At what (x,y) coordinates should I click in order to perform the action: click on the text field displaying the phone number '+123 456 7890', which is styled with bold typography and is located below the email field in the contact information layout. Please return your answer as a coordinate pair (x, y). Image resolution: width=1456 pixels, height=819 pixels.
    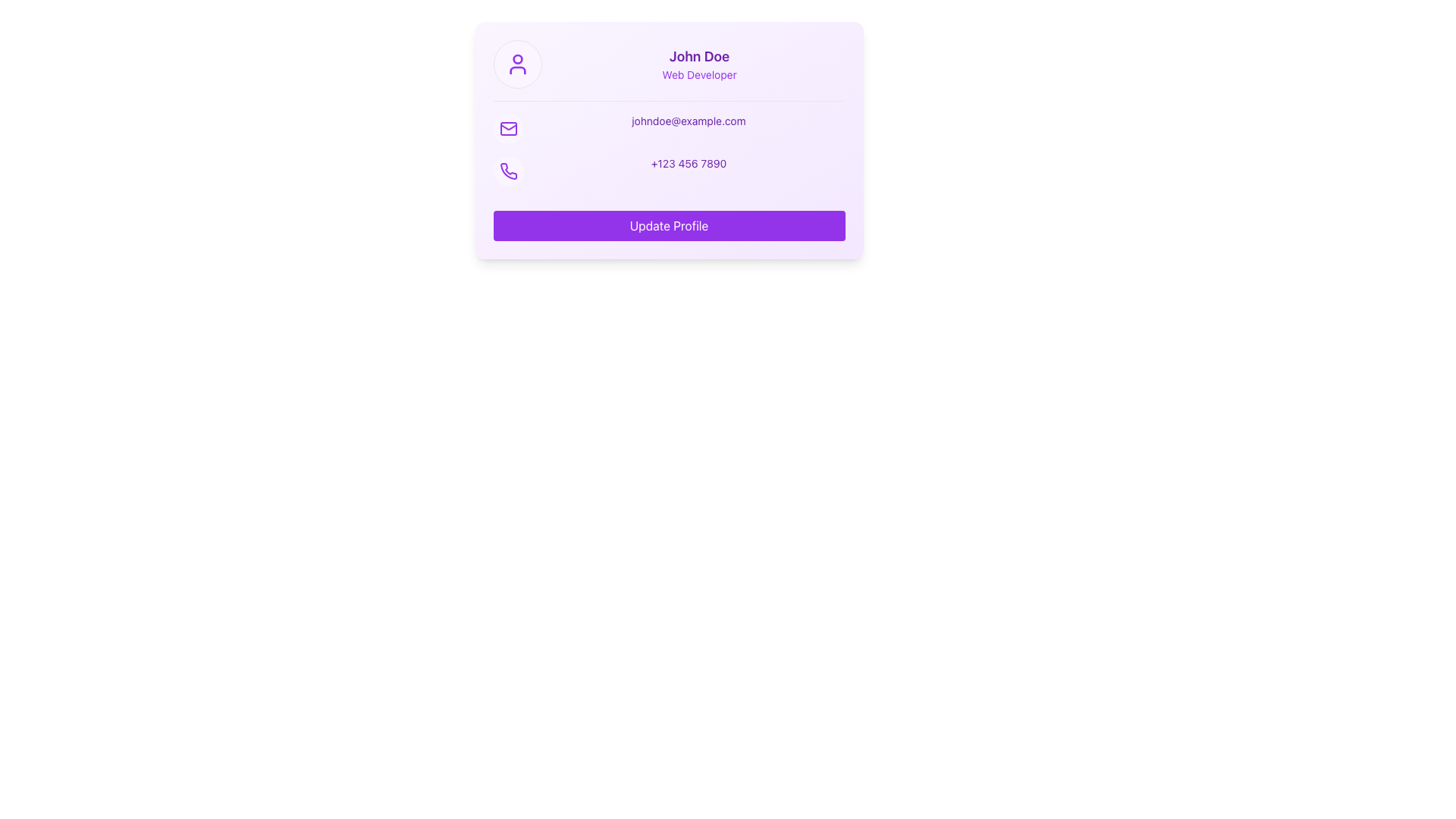
    Looking at the image, I should click on (668, 171).